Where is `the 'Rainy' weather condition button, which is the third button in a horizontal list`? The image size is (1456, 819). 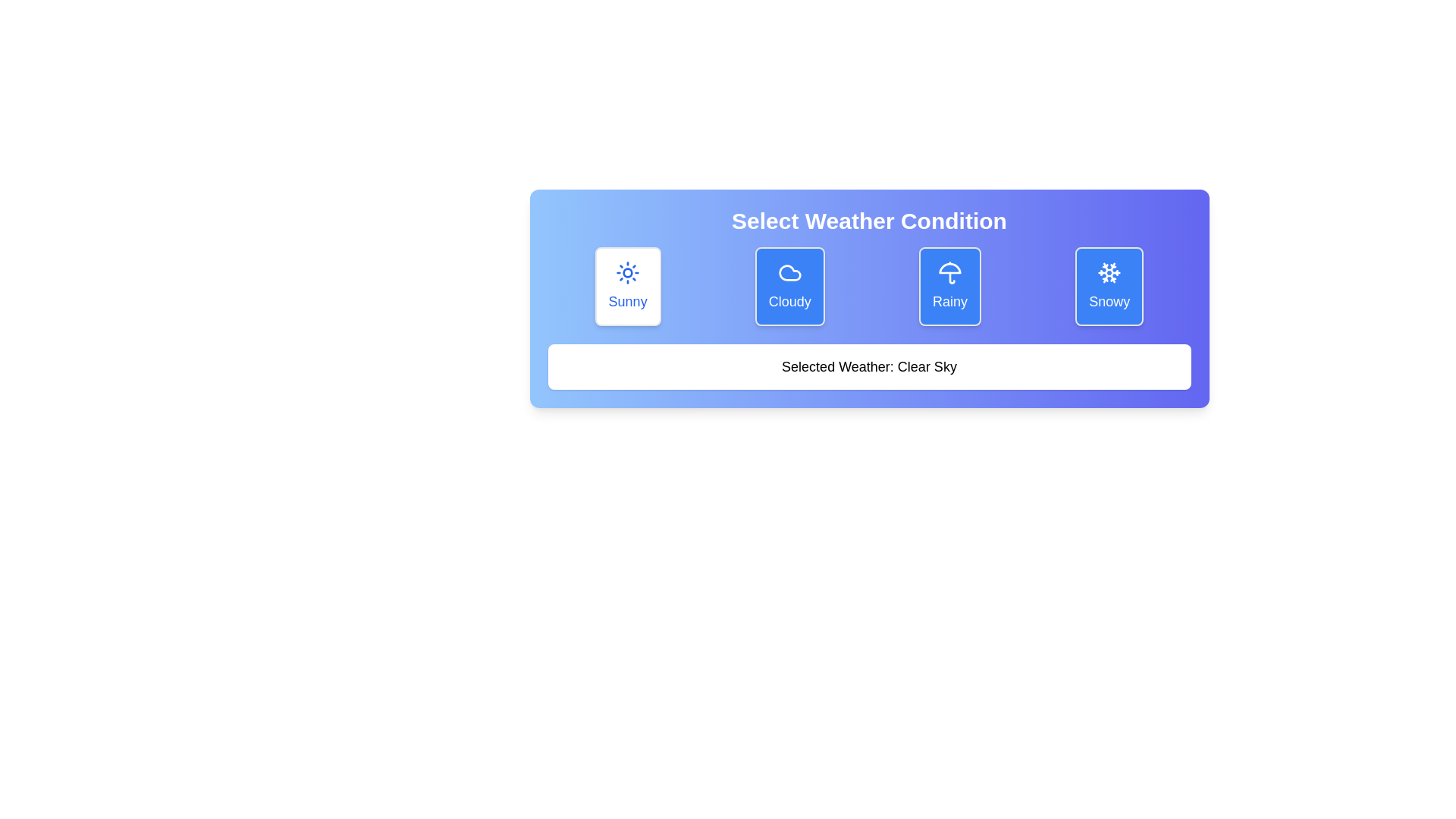
the 'Rainy' weather condition button, which is the third button in a horizontal list is located at coordinates (949, 287).